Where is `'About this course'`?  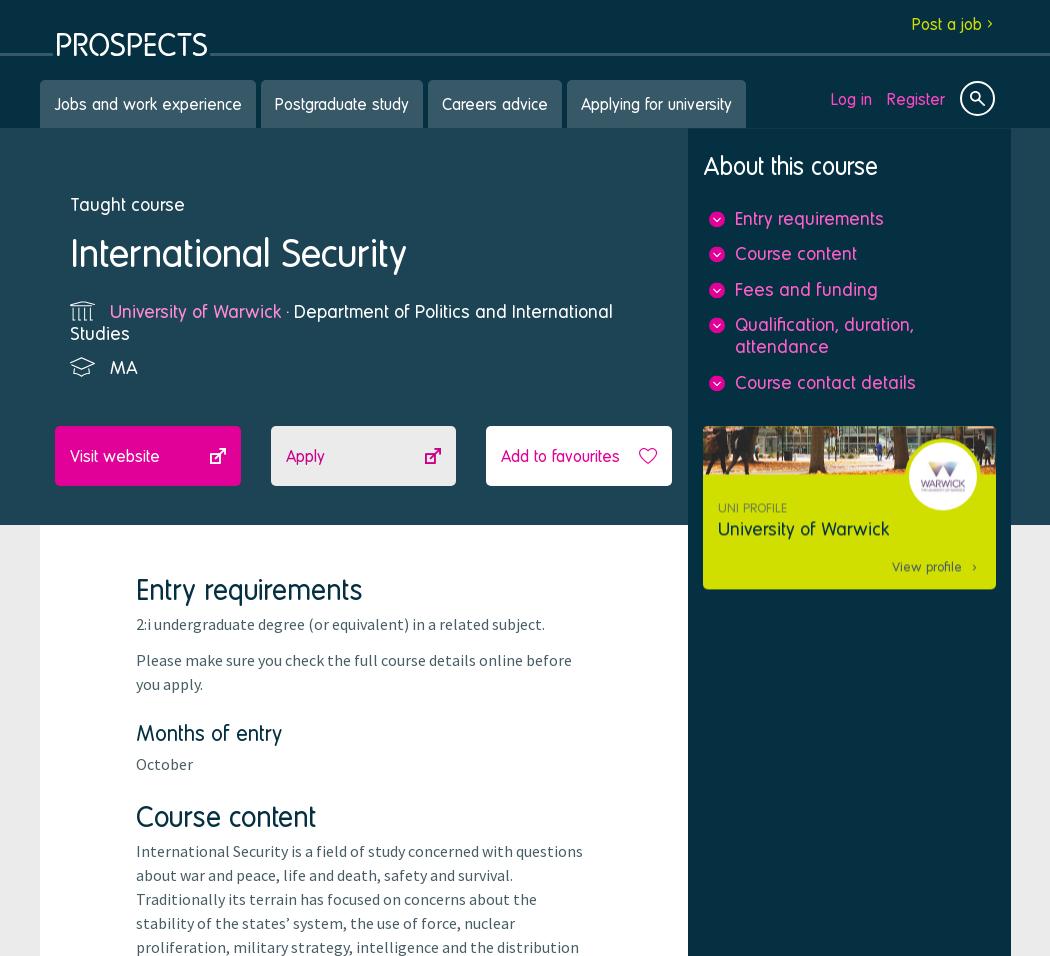
'About this course' is located at coordinates (702, 165).